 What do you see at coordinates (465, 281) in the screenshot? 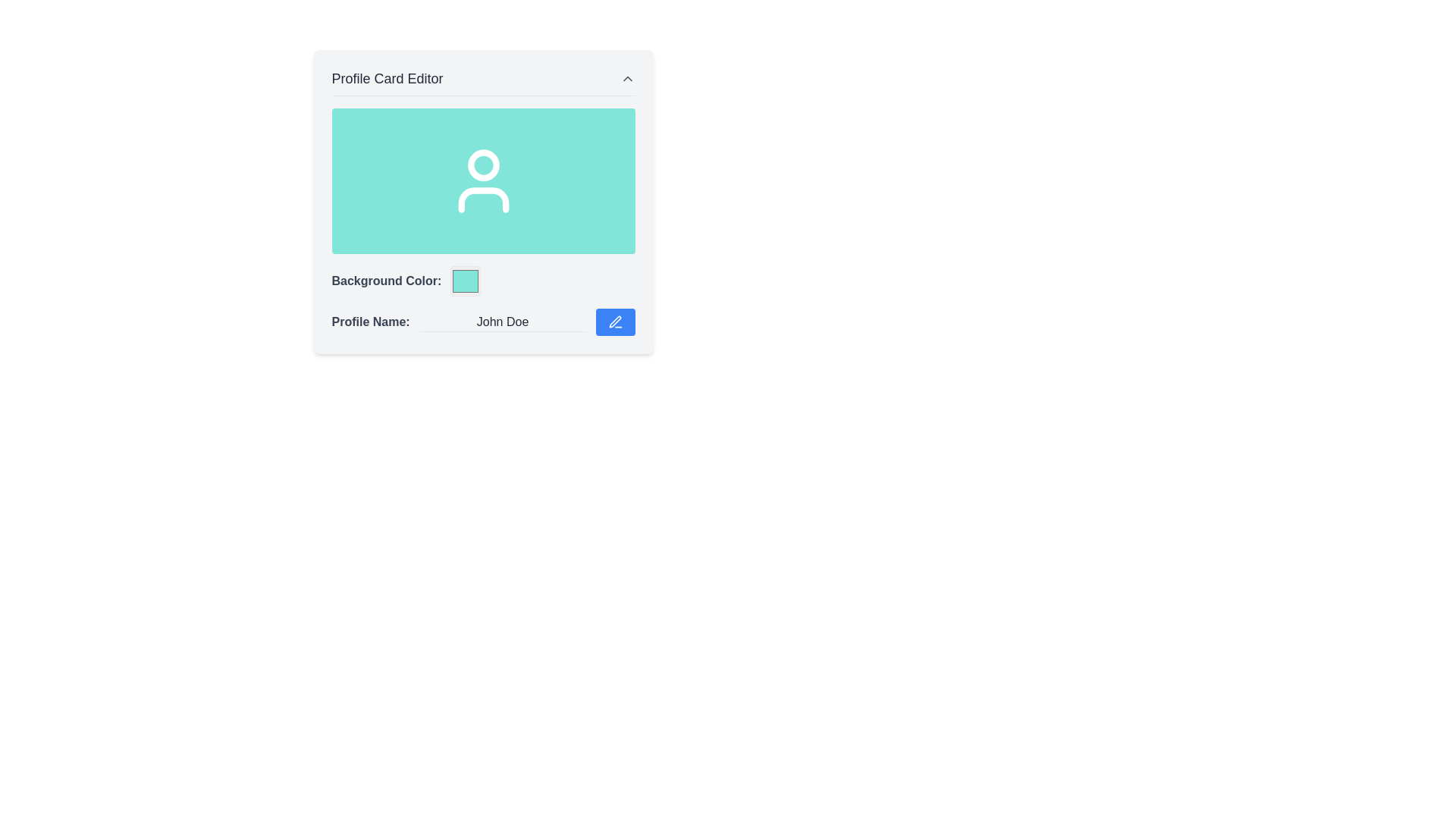
I see `the color picker element located` at bounding box center [465, 281].